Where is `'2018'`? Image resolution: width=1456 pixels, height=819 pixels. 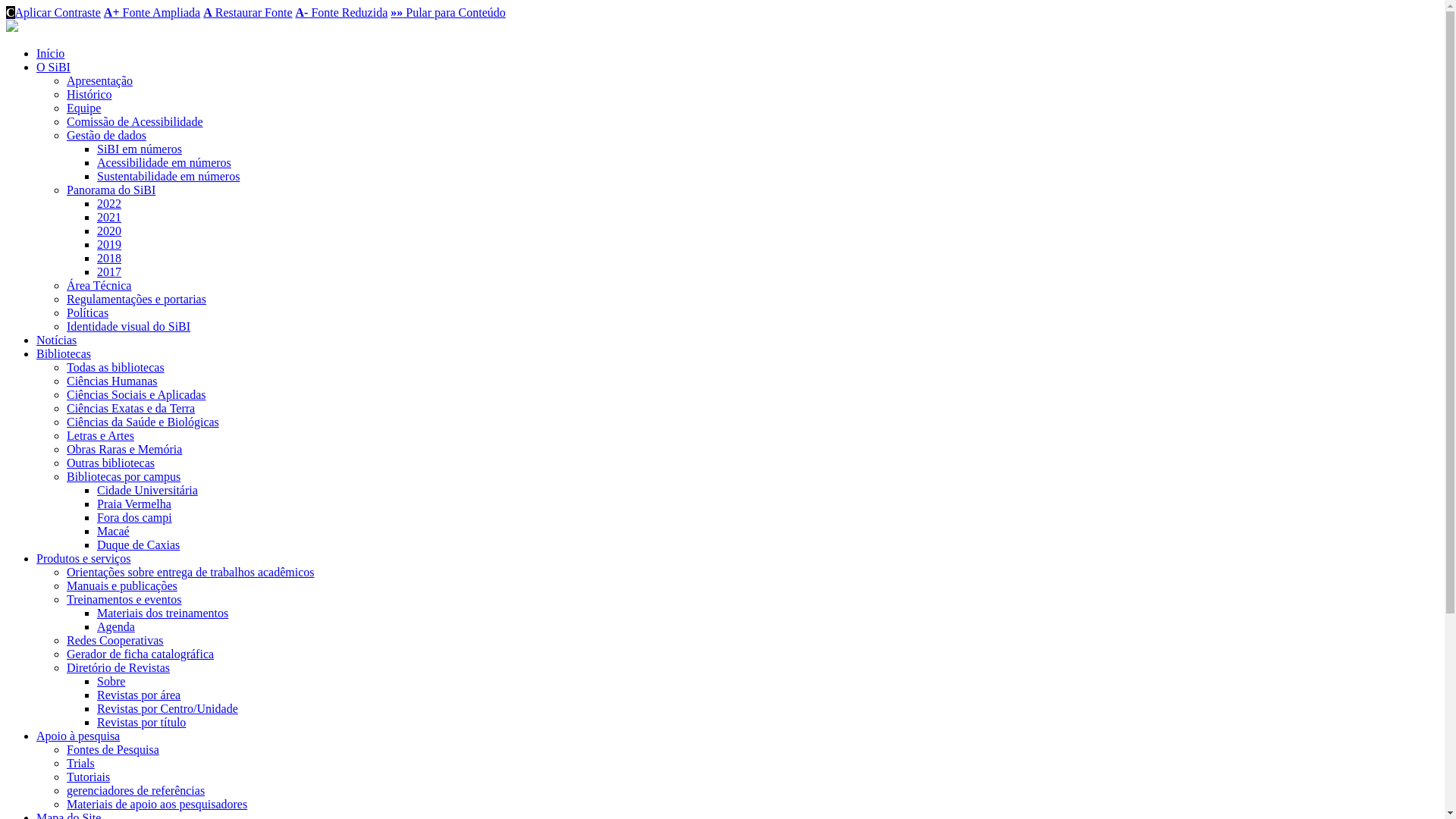 '2018' is located at coordinates (108, 257).